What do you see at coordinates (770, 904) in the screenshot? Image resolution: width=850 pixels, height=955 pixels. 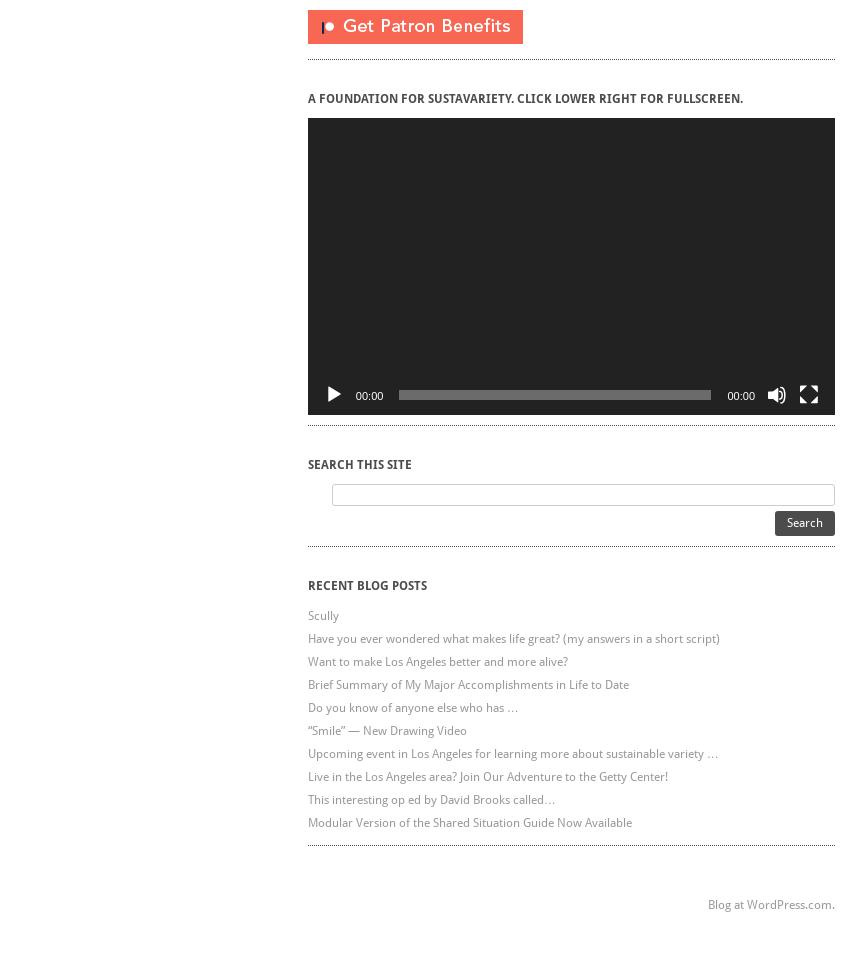 I see `'Blog at WordPress.com.'` at bounding box center [770, 904].